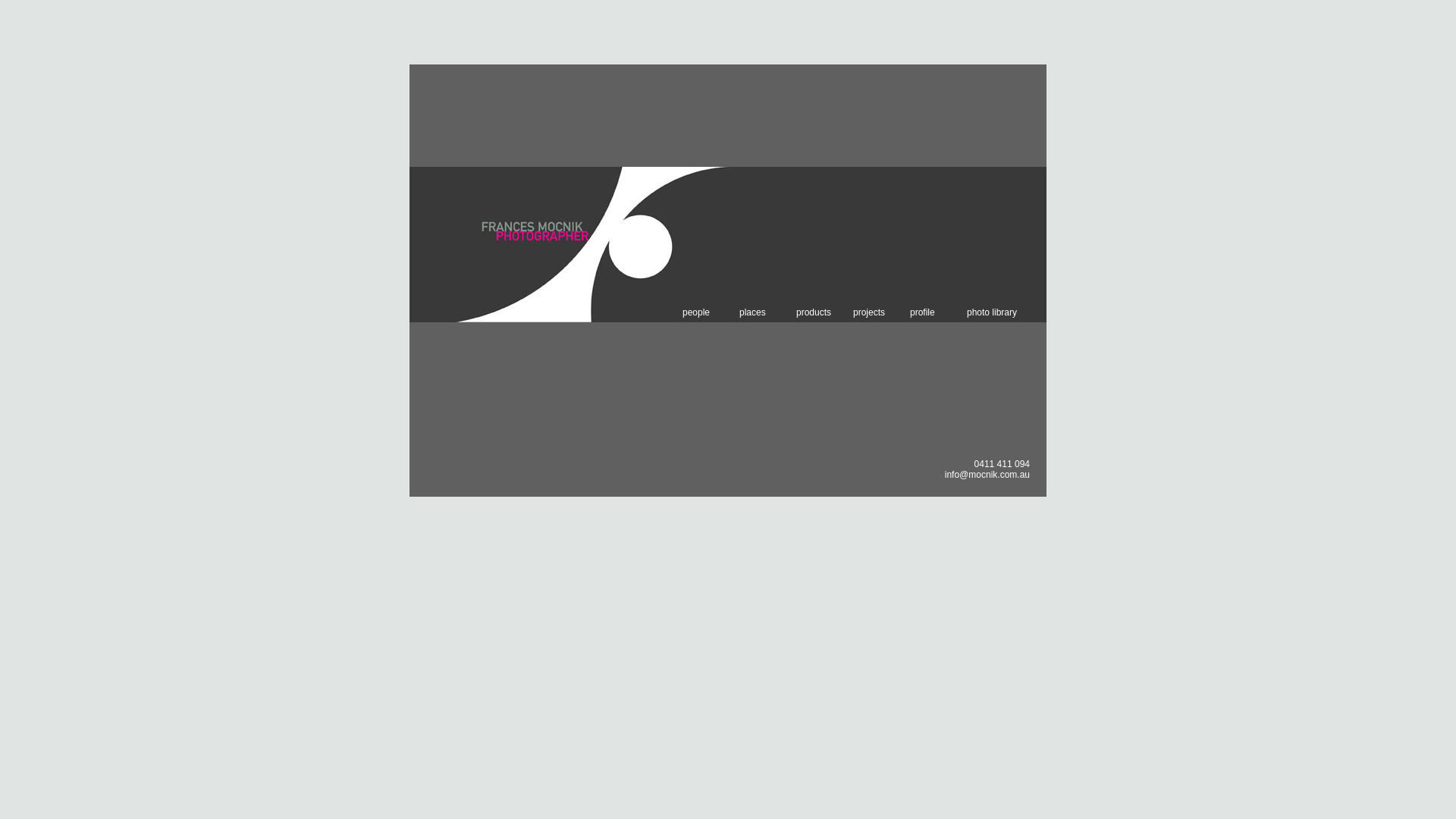 The image size is (1456, 819). What do you see at coordinates (881, 312) in the screenshot?
I see `'projects'` at bounding box center [881, 312].